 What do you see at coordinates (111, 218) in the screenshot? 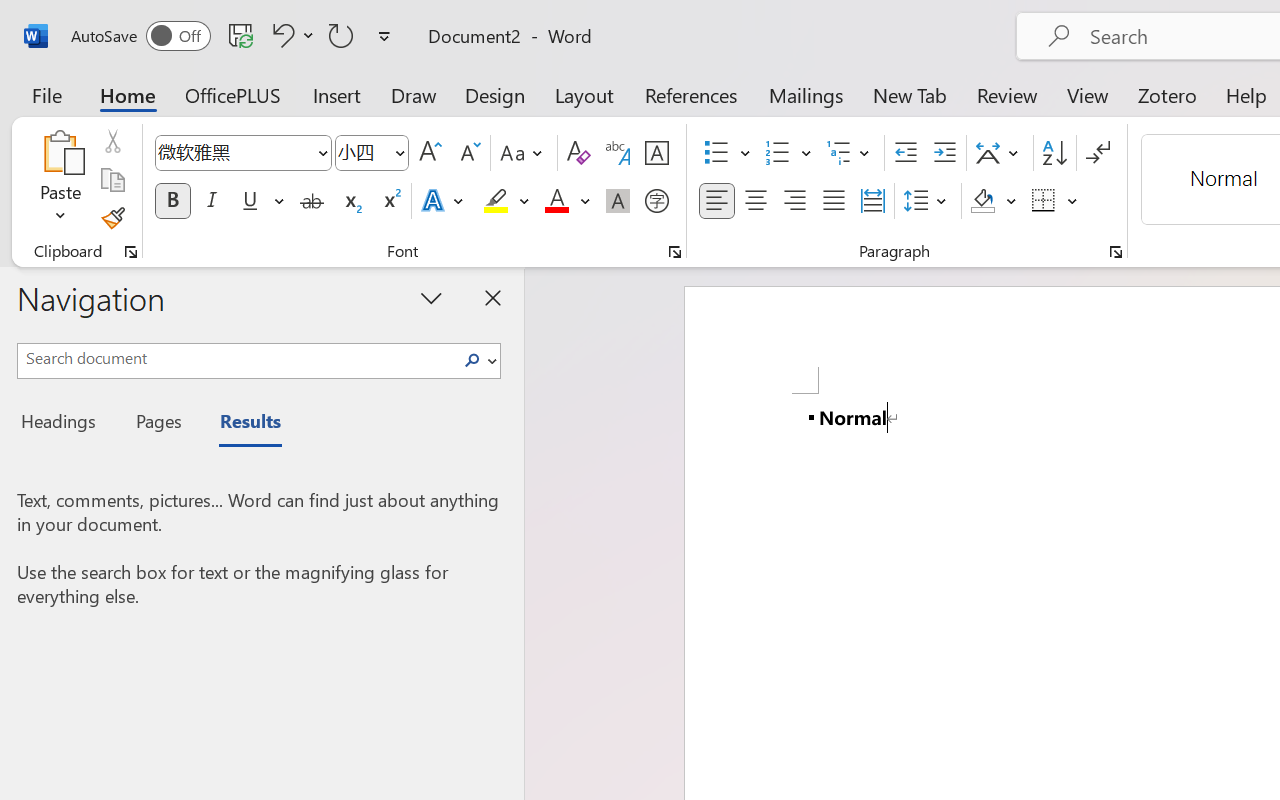
I see `'Format Painter'` at bounding box center [111, 218].